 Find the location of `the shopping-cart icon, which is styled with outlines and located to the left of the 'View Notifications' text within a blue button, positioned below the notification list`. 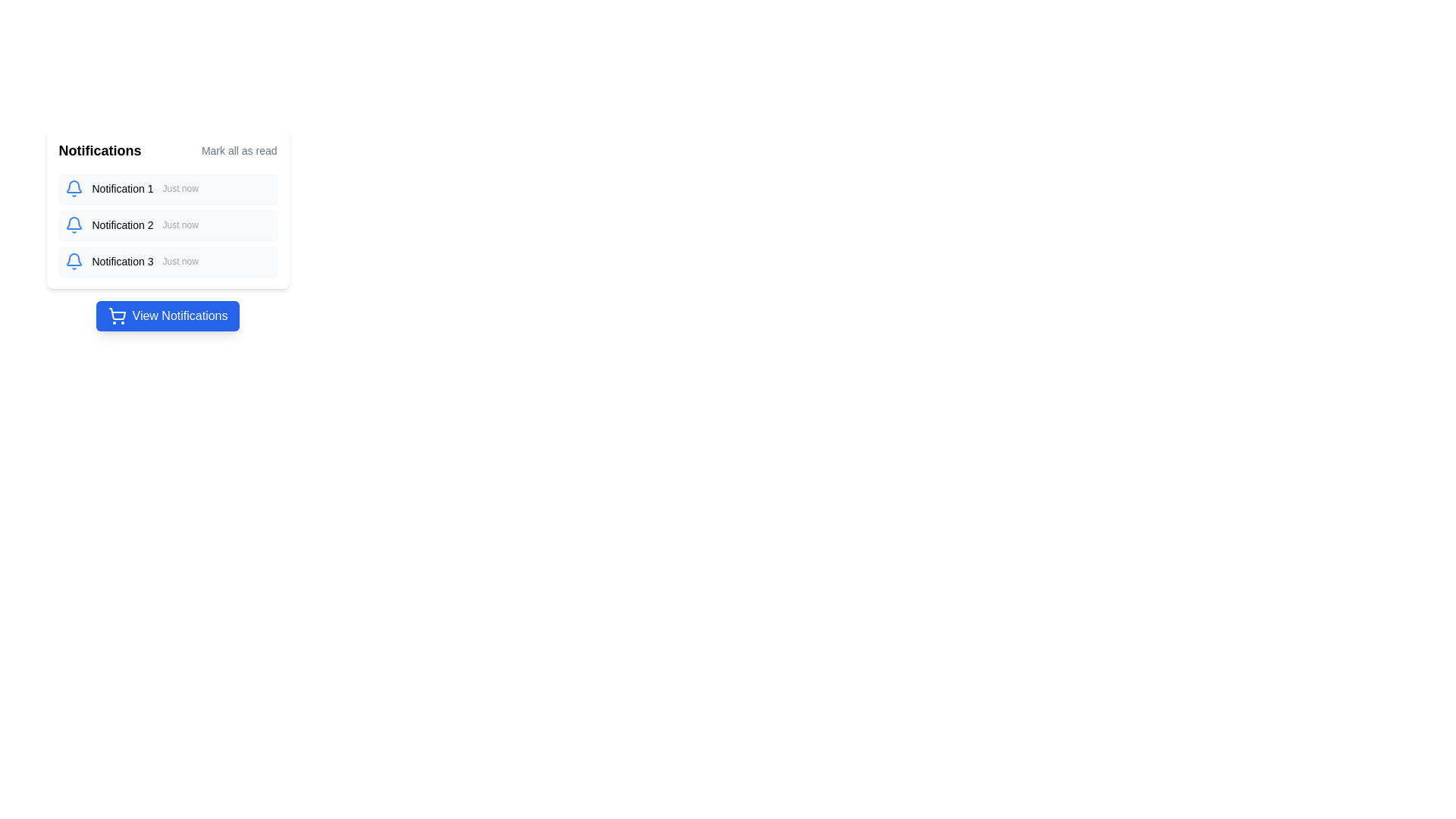

the shopping-cart icon, which is styled with outlines and located to the left of the 'View Notifications' text within a blue button, positioned below the notification list is located at coordinates (116, 315).